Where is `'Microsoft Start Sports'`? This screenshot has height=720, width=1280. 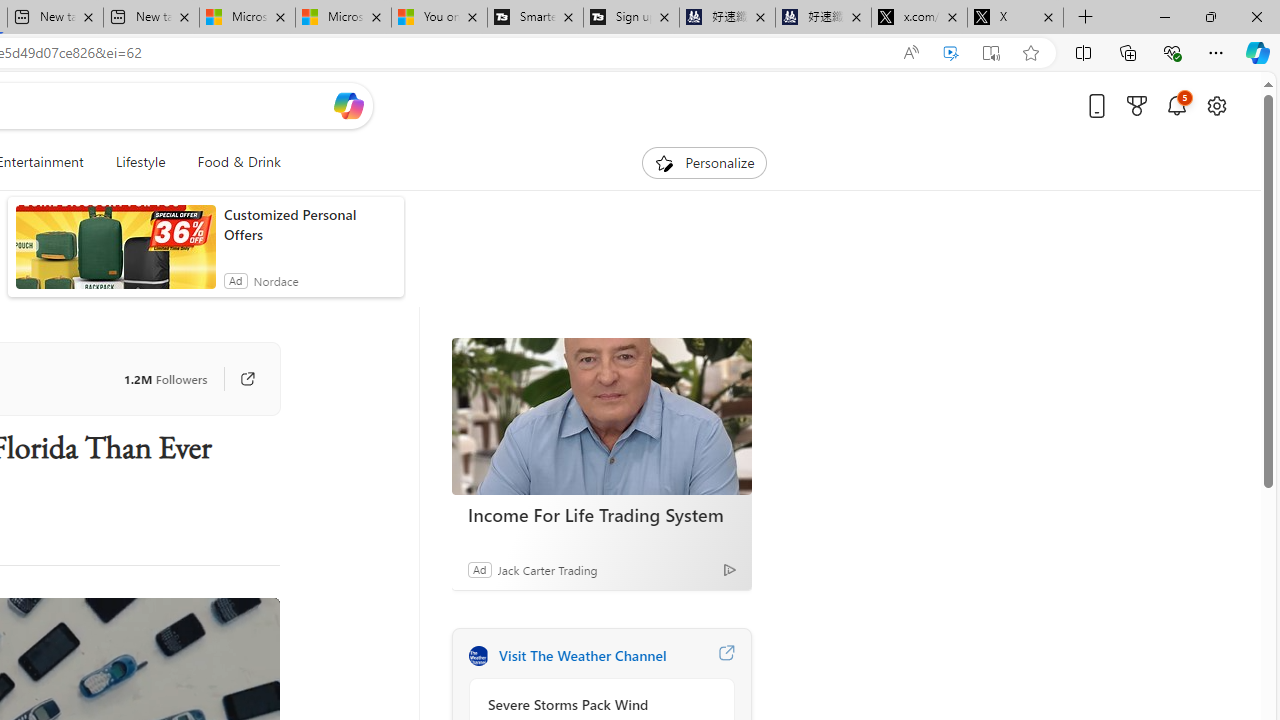
'Microsoft Start Sports' is located at coordinates (246, 17).